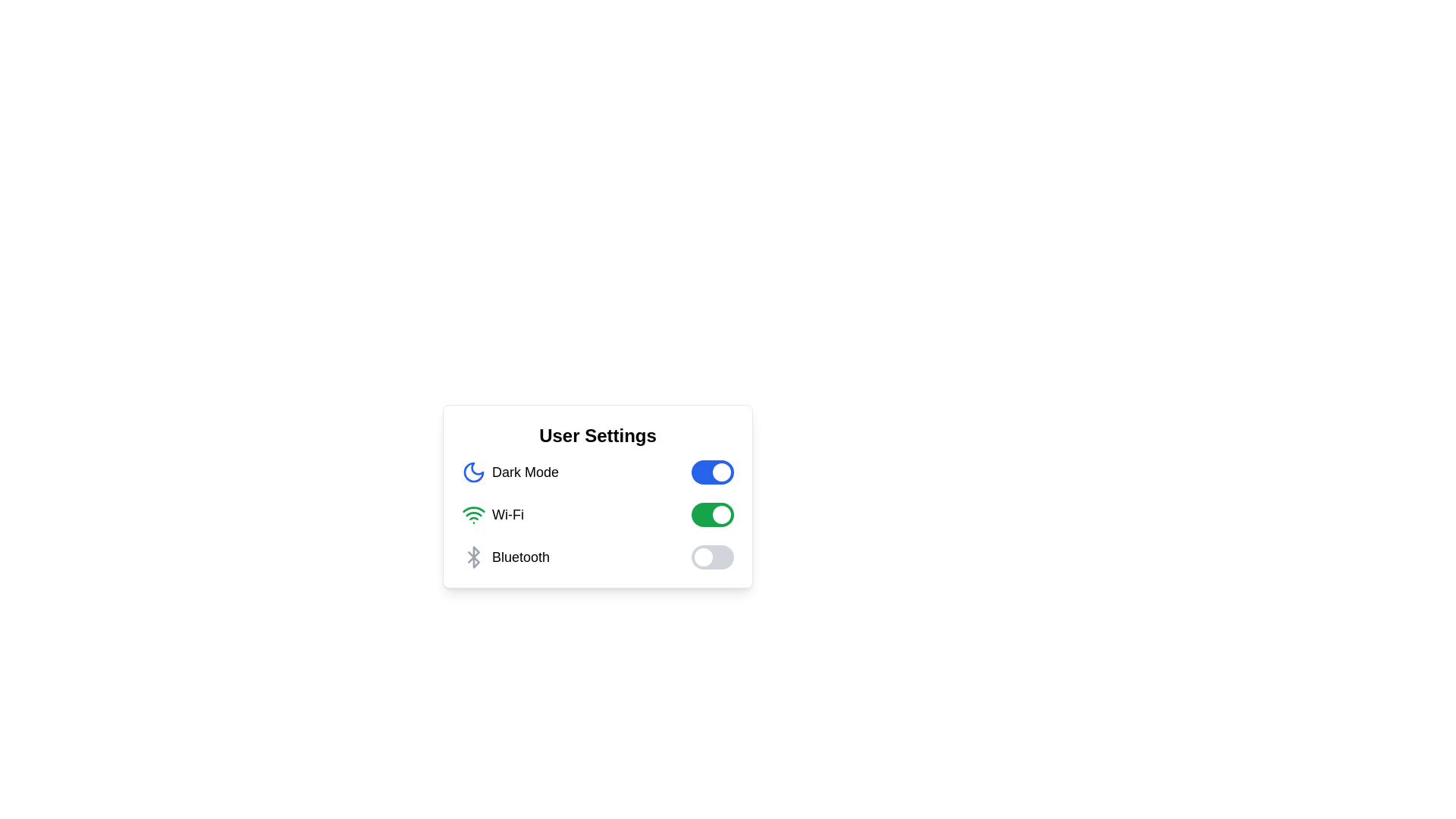  Describe the element at coordinates (597, 472) in the screenshot. I see `the 'Dark Mode' toggle switch which is the first interactive option in the 'User Settings' panel` at that location.